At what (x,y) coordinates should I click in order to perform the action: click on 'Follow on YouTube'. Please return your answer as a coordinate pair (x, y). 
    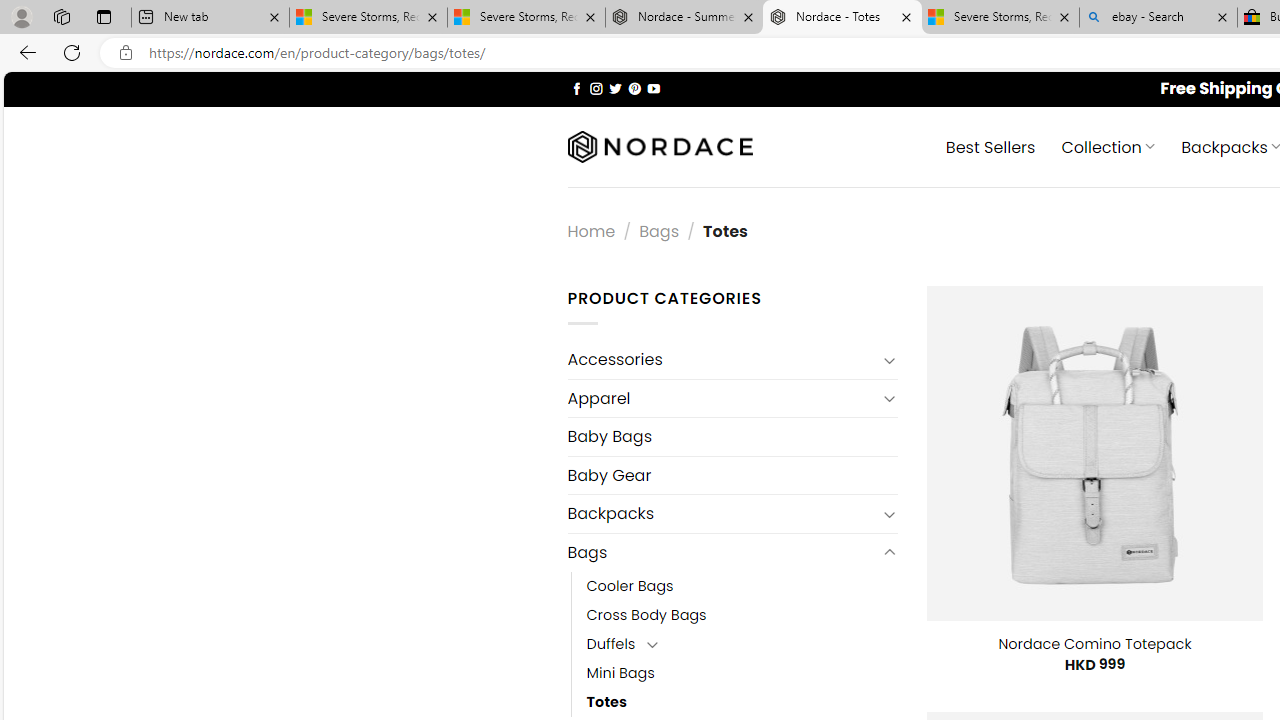
    Looking at the image, I should click on (653, 87).